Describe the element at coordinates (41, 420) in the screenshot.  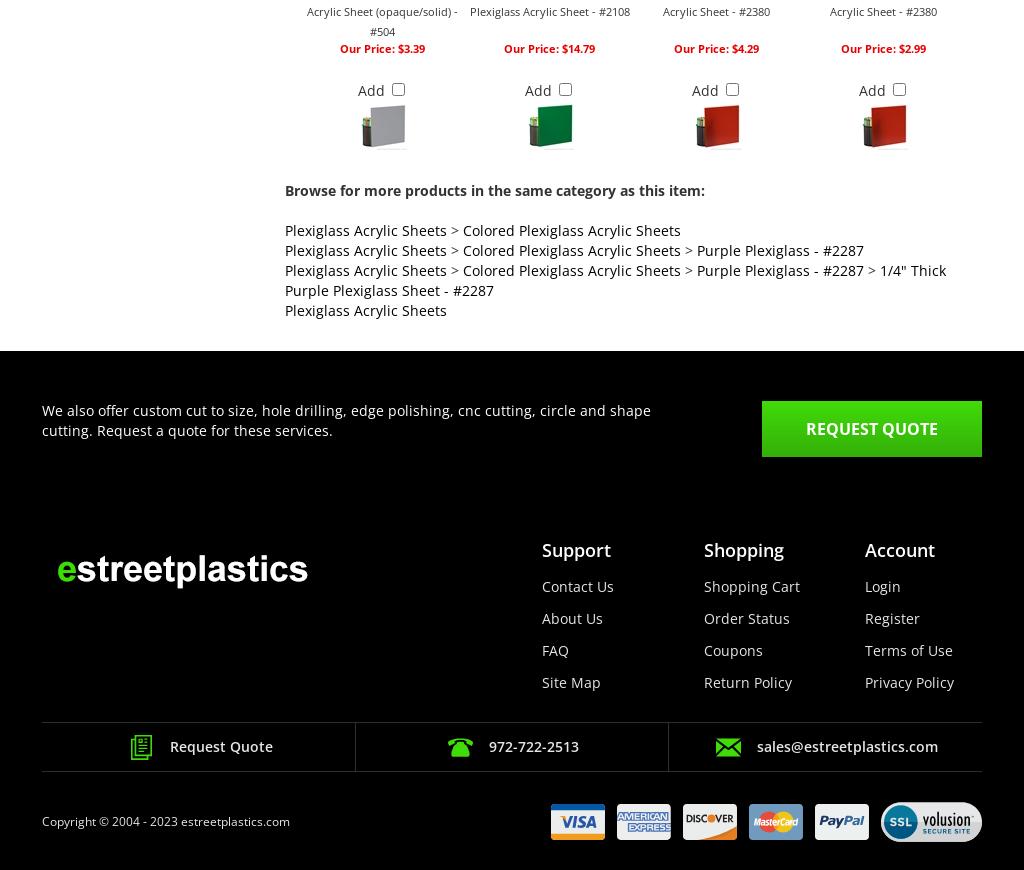
I see `'We also offer custom cut to size, hole drilling, edge polishing, cnc cutting, circle and shape cutting.  Request a quote for these services.'` at that location.